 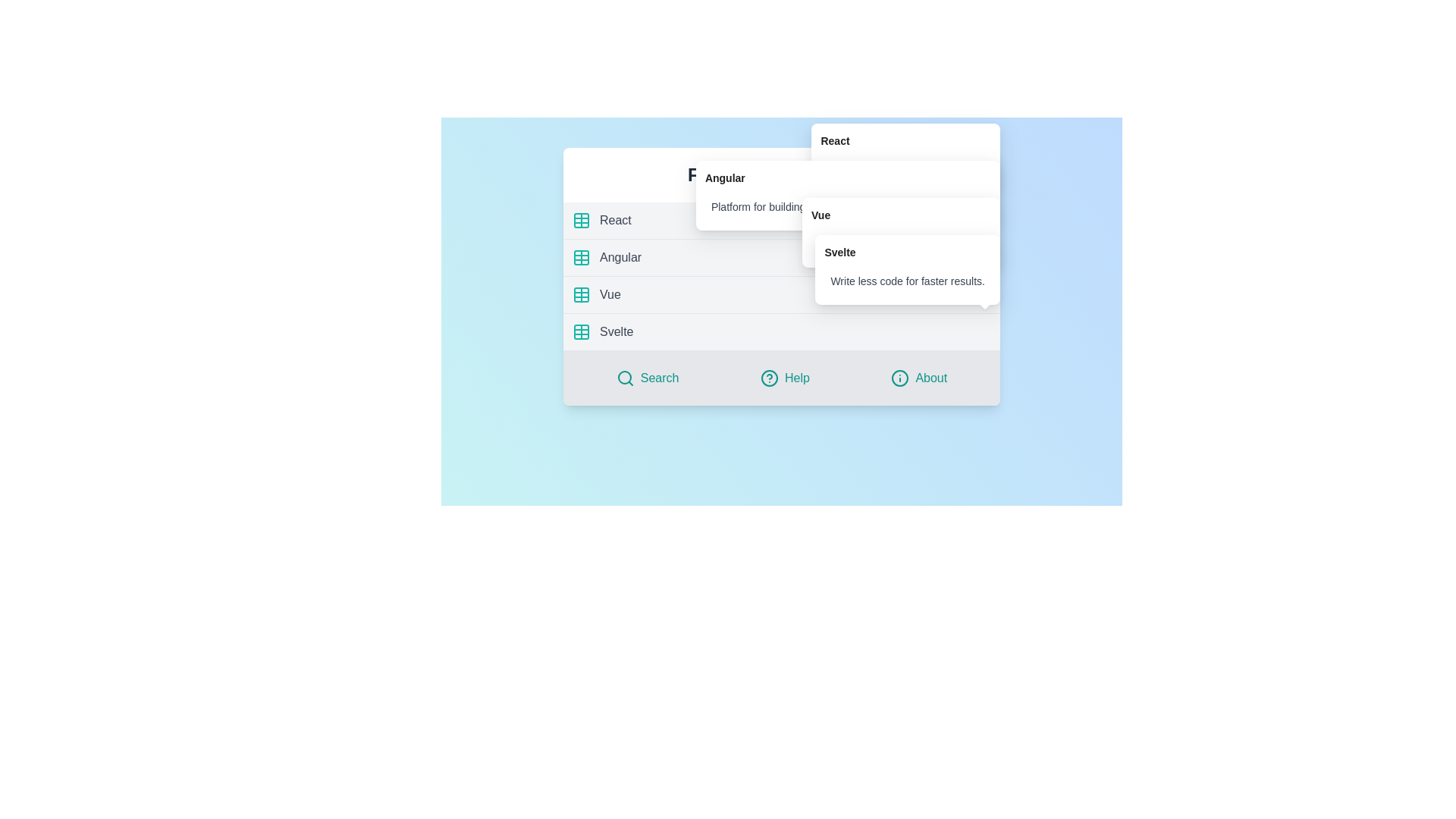 I want to click on the teal square-like icon with rounded corners that resembles a table or grid structure, located to the left of the text 'React' in the first row of a vertical list, so click(x=581, y=220).